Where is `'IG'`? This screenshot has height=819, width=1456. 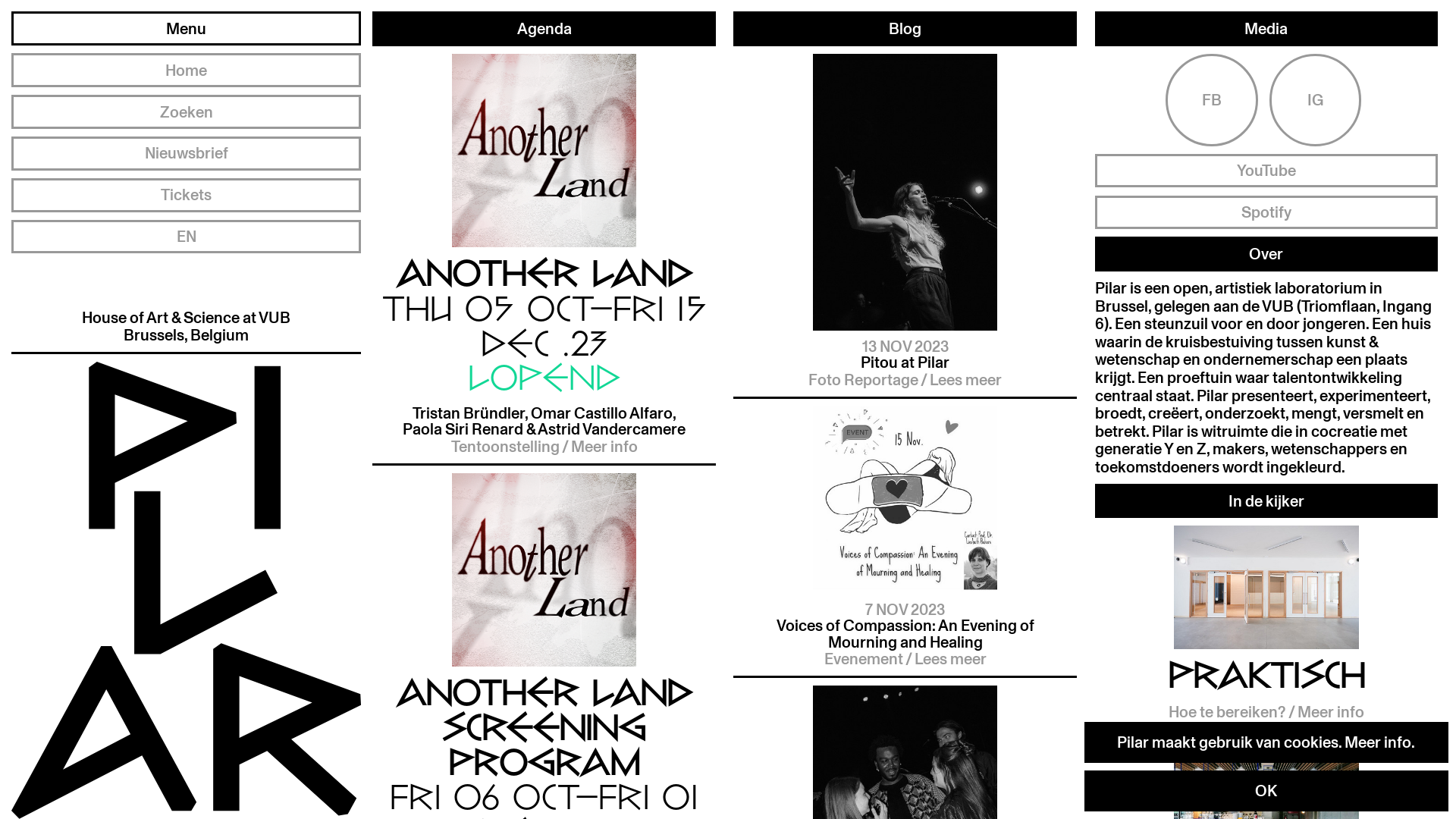 'IG' is located at coordinates (1314, 99).